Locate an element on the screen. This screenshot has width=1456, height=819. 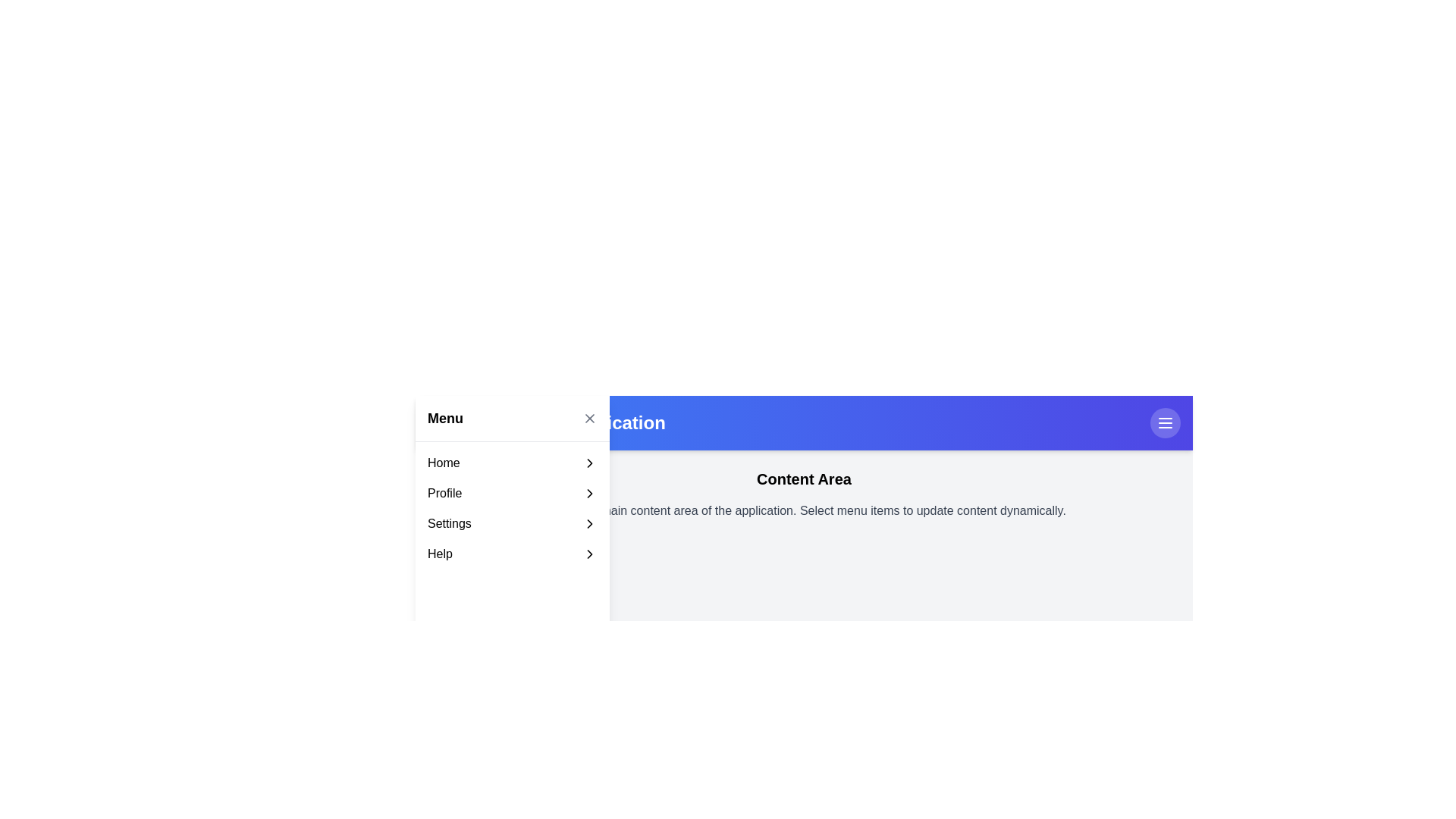
the circular menu button located is located at coordinates (1164, 423).